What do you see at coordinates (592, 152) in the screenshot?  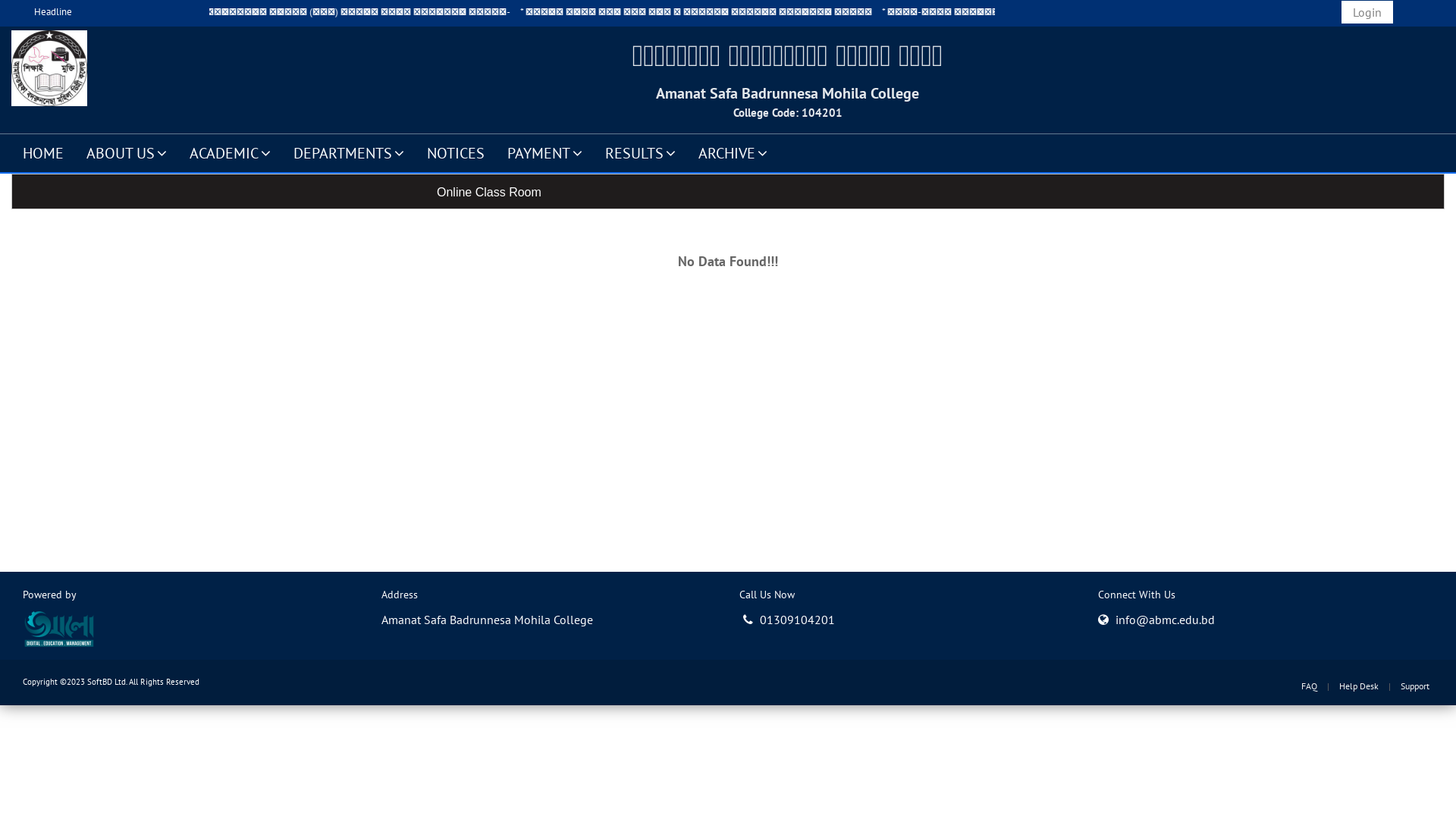 I see `'RESULTS'` at bounding box center [592, 152].